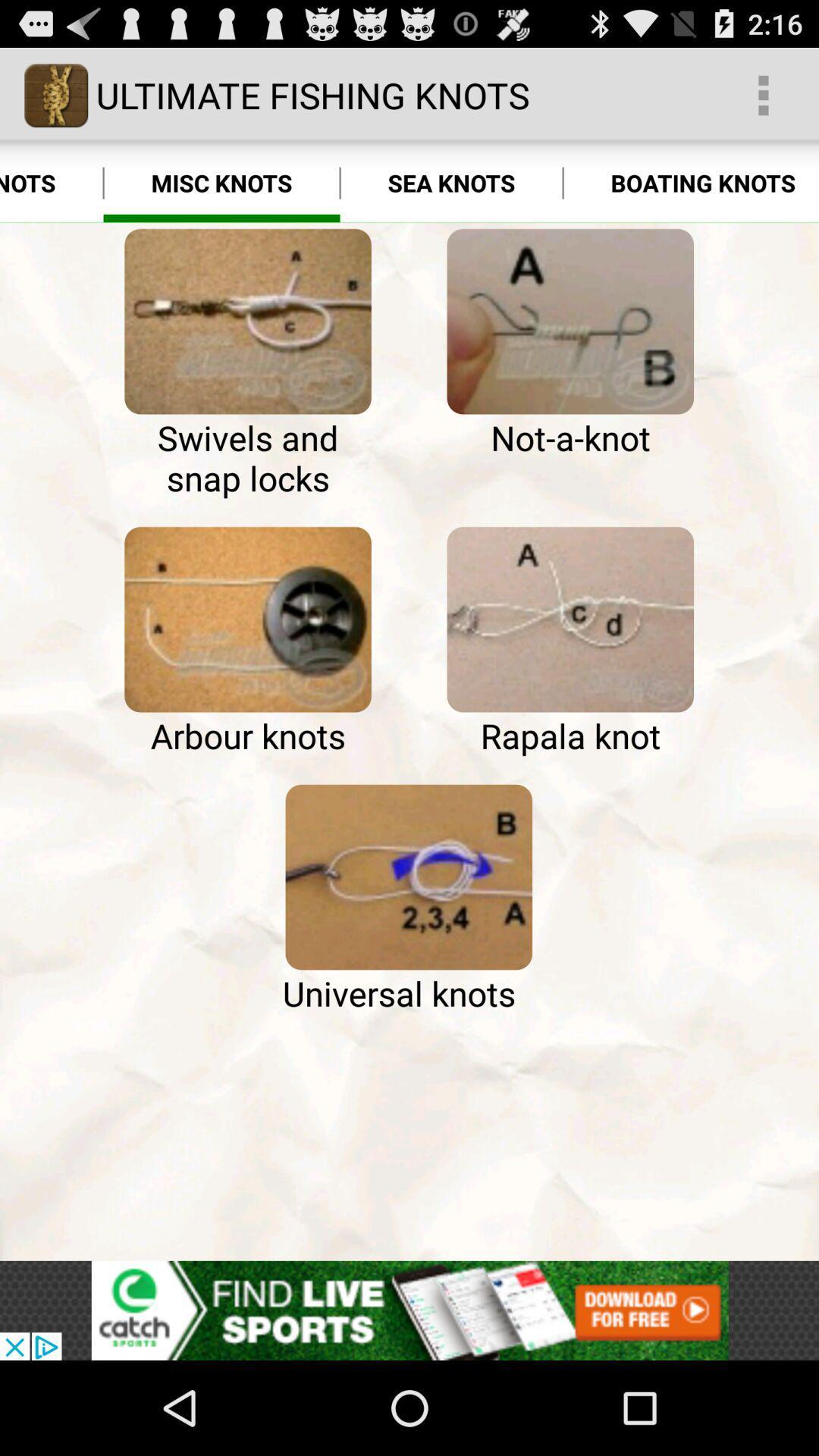 This screenshot has height=1456, width=819. I want to click on fishing line attached to the arbor of a fishing ree, so click(247, 620).